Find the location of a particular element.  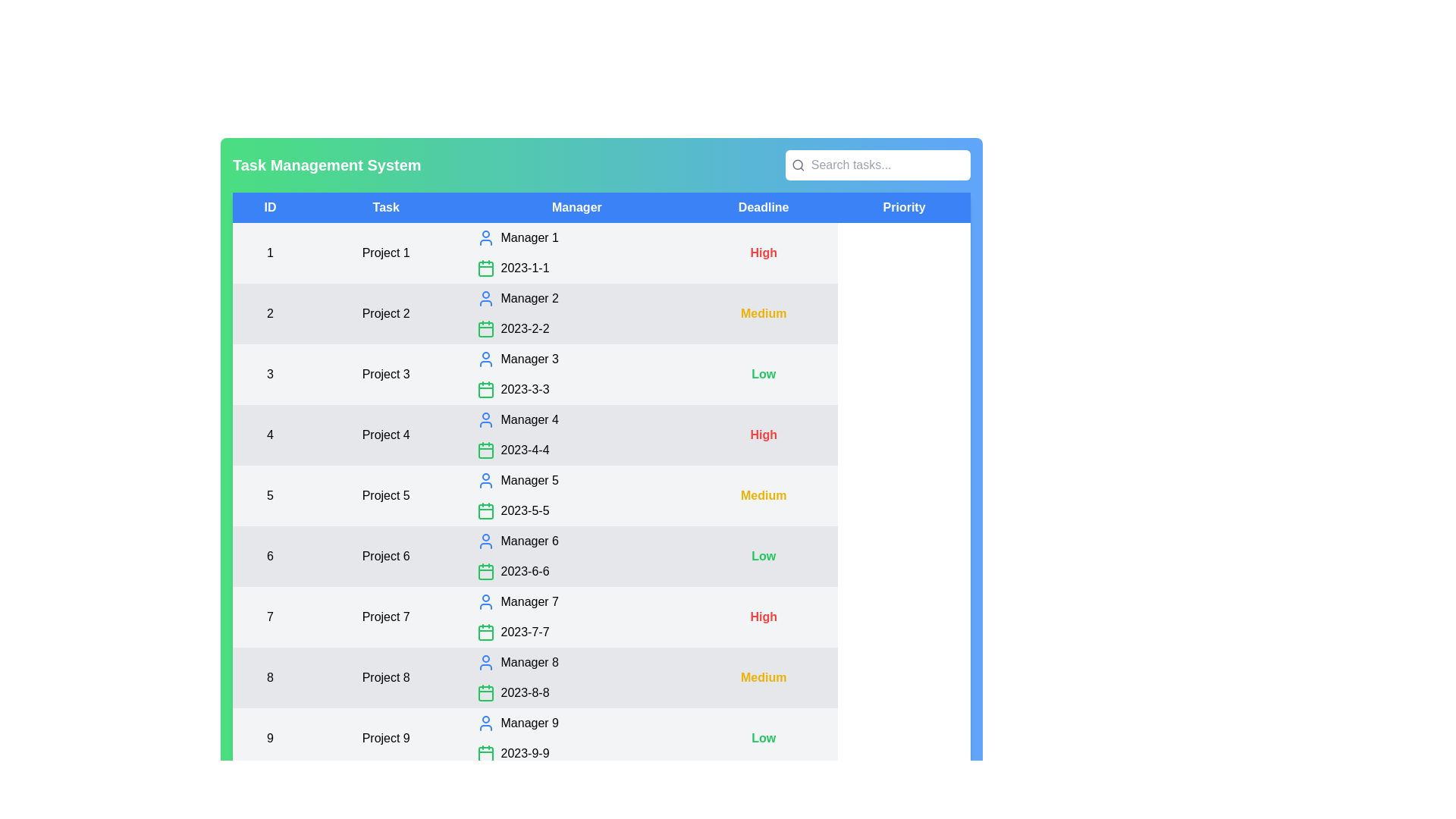

the column header Task to sort or filter the tasks is located at coordinates (385, 207).